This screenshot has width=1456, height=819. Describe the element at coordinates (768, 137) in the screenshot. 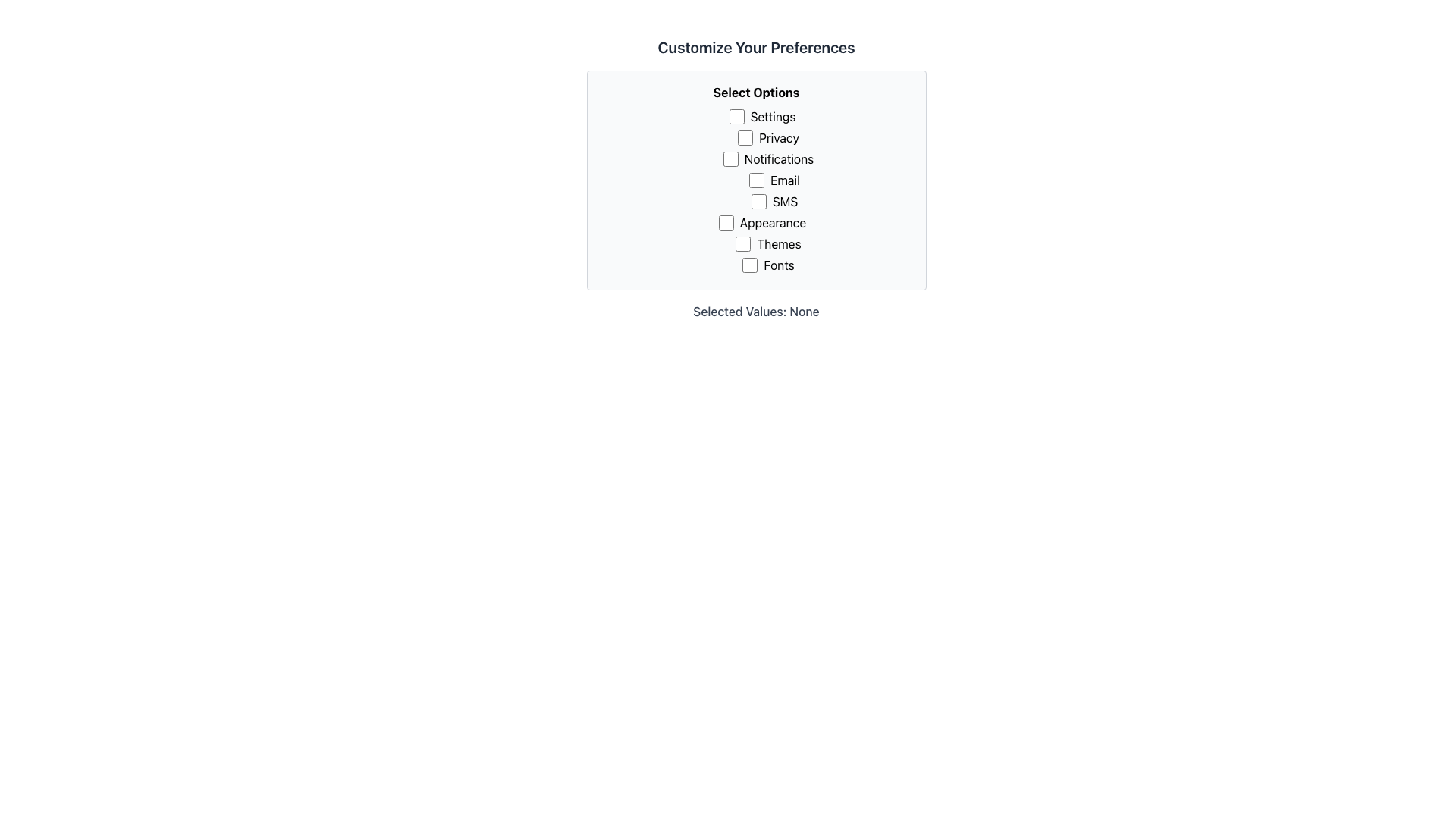

I see `the 'Privacy' setting label, which is located in the second row of the options within the Customize Your Preferences dialog, under the heading 'Select Options', and is positioned immediately to the left of the corresponding checkbox` at that location.